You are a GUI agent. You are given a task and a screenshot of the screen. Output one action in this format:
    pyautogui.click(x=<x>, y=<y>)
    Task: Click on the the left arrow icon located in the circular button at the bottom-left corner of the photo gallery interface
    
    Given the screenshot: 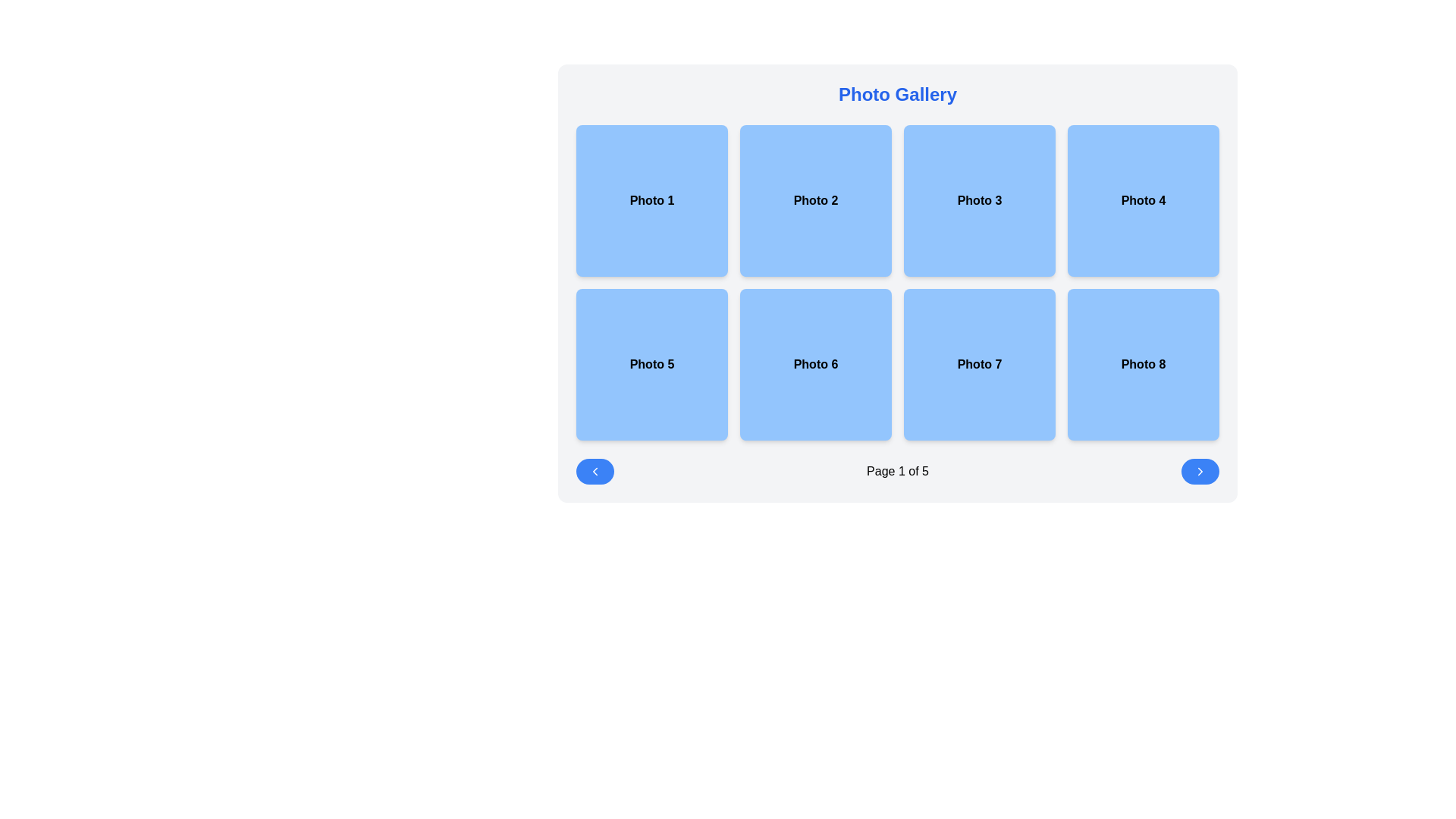 What is the action you would take?
    pyautogui.click(x=595, y=470)
    